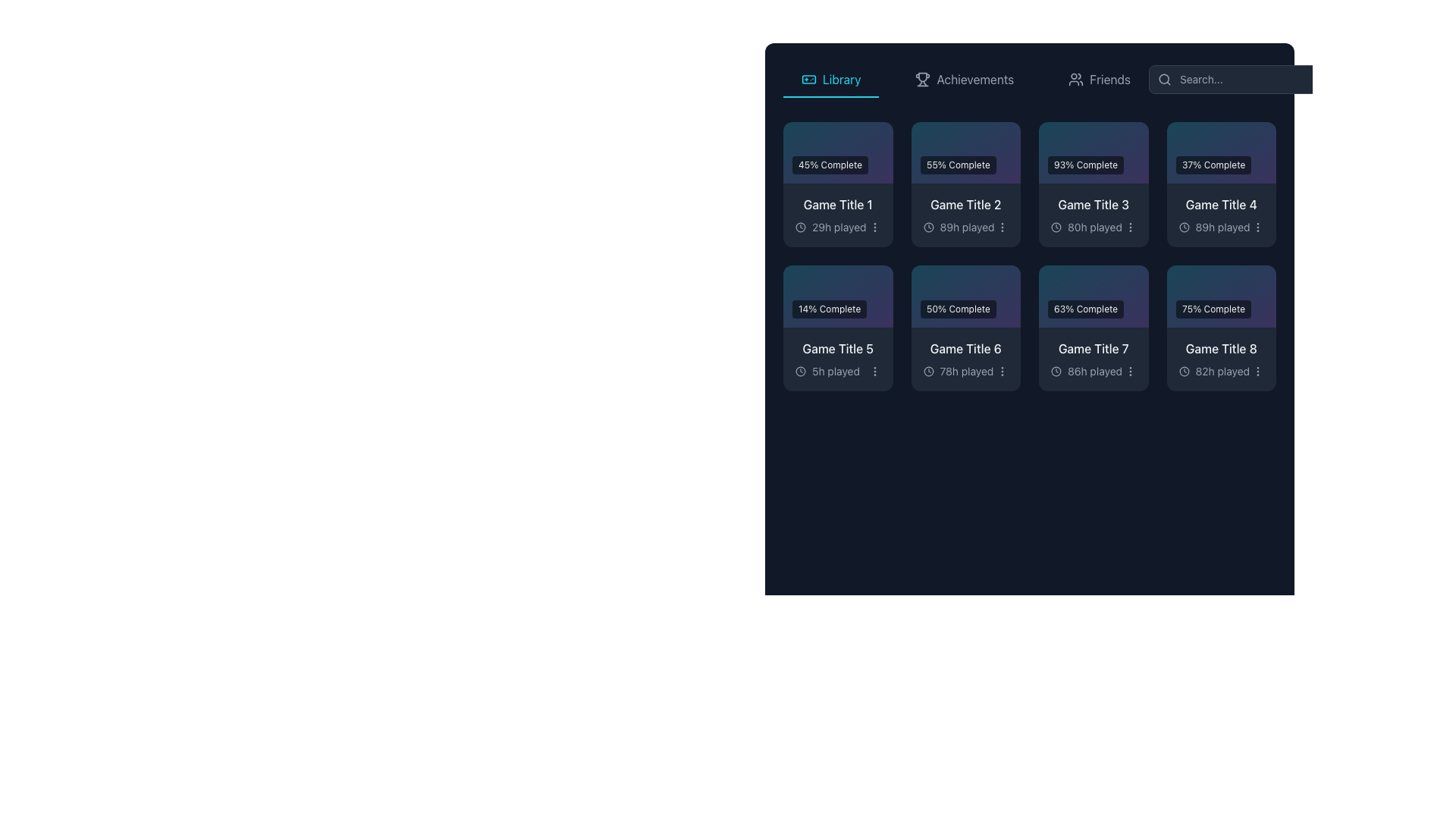 This screenshot has height=819, width=1456. Describe the element at coordinates (841, 79) in the screenshot. I see `the navigational label text element located in the top-left area of the interface` at that location.